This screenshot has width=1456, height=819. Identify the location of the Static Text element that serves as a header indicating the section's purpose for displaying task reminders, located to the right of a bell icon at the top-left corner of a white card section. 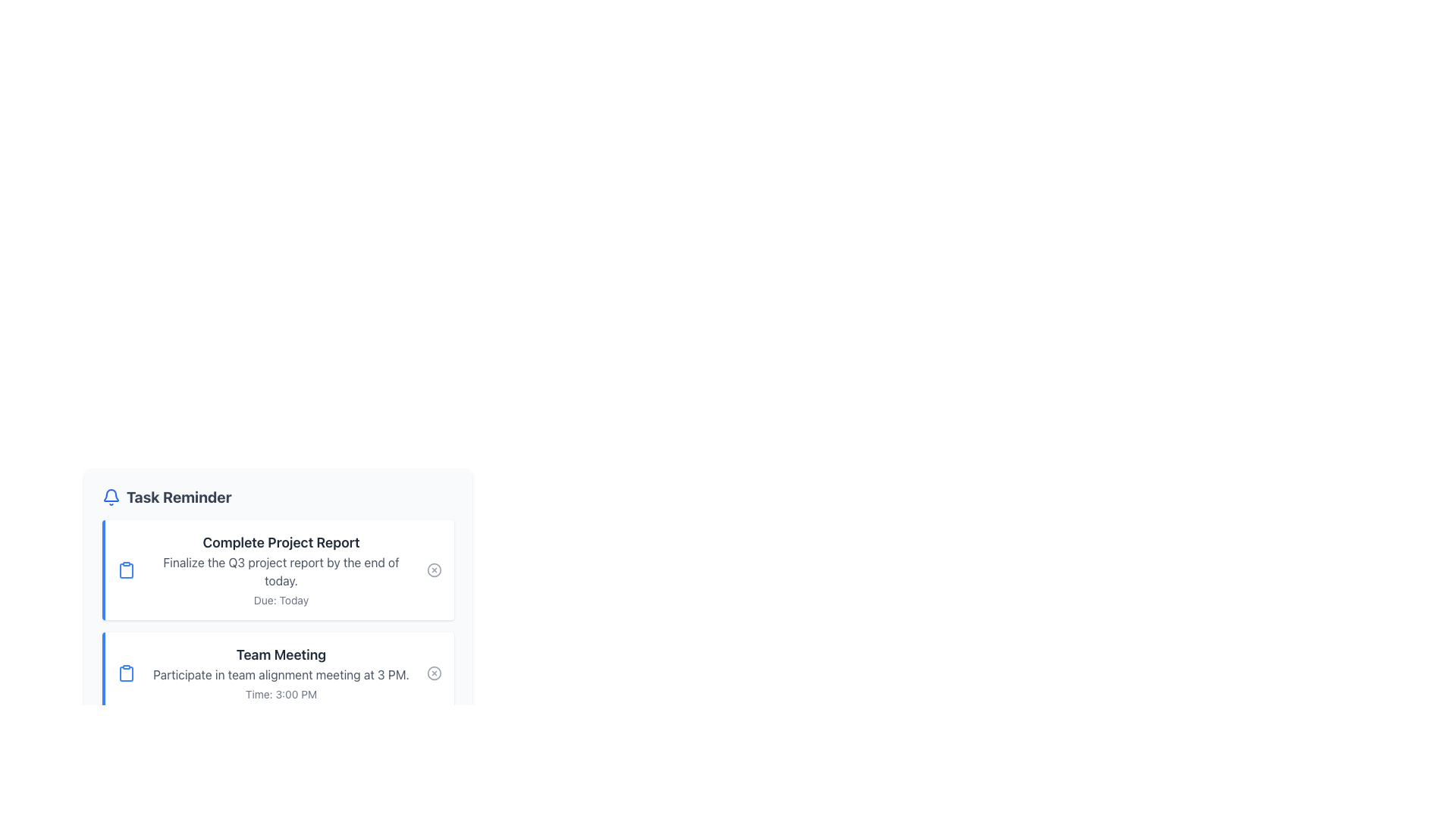
(179, 497).